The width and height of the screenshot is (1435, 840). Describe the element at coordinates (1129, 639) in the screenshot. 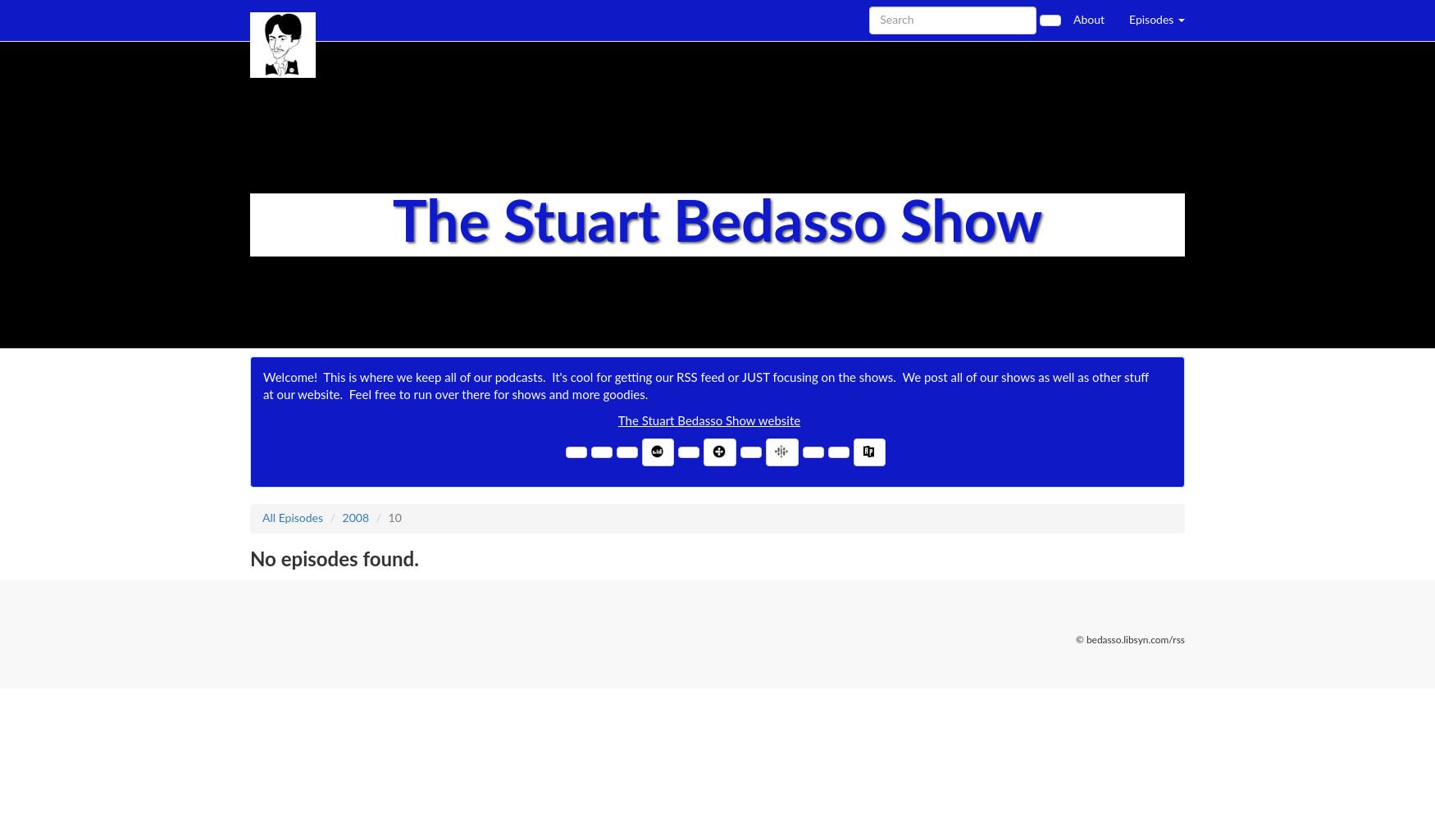

I see `'© bedasso.libsyn.com/rss'` at that location.